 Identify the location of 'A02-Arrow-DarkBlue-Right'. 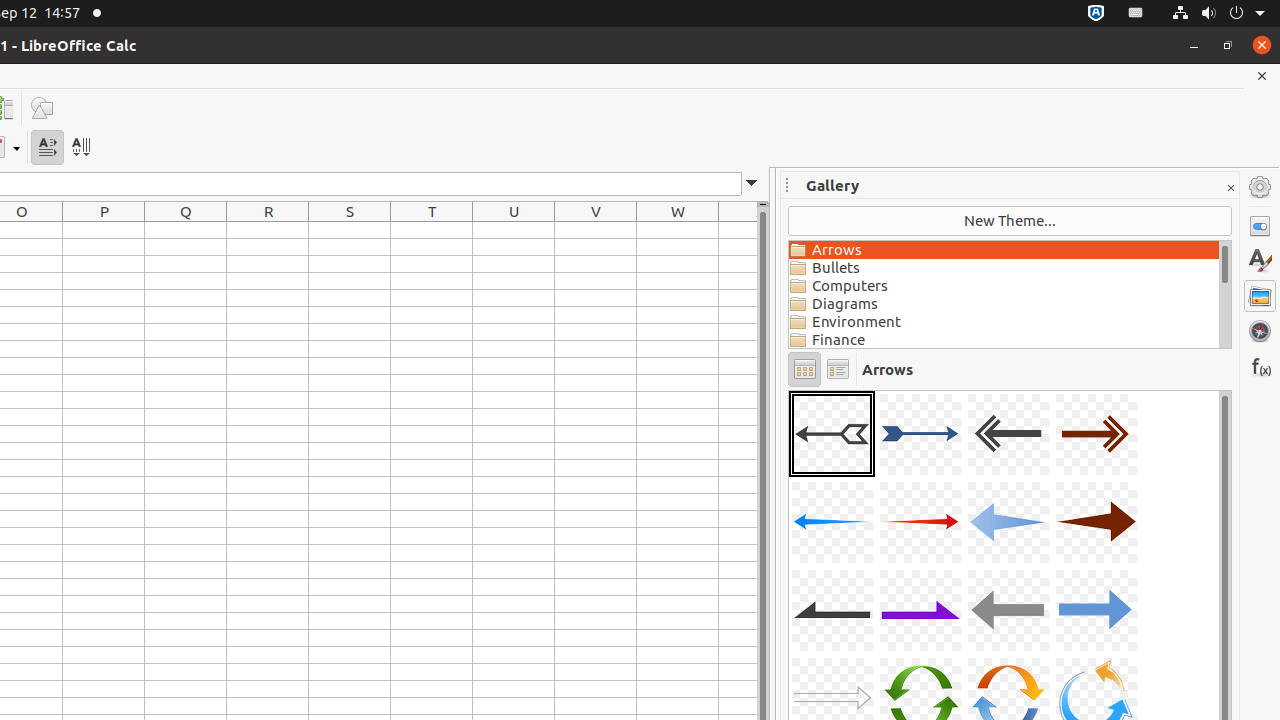
(919, 433).